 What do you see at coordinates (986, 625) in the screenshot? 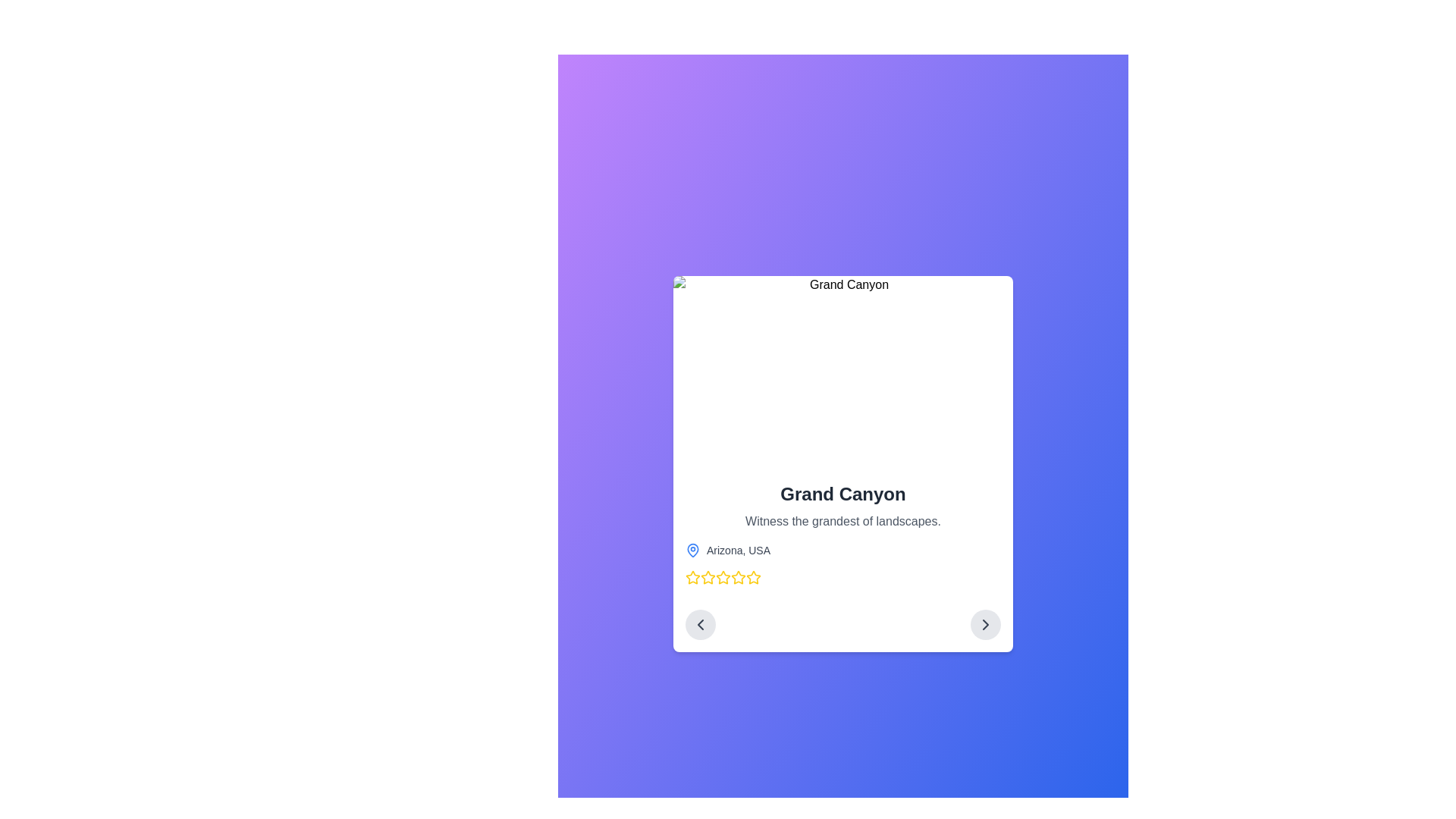
I see `the rightward-pointing chevron icon inside the circular button located at the bottom-right corner of the content card` at bounding box center [986, 625].